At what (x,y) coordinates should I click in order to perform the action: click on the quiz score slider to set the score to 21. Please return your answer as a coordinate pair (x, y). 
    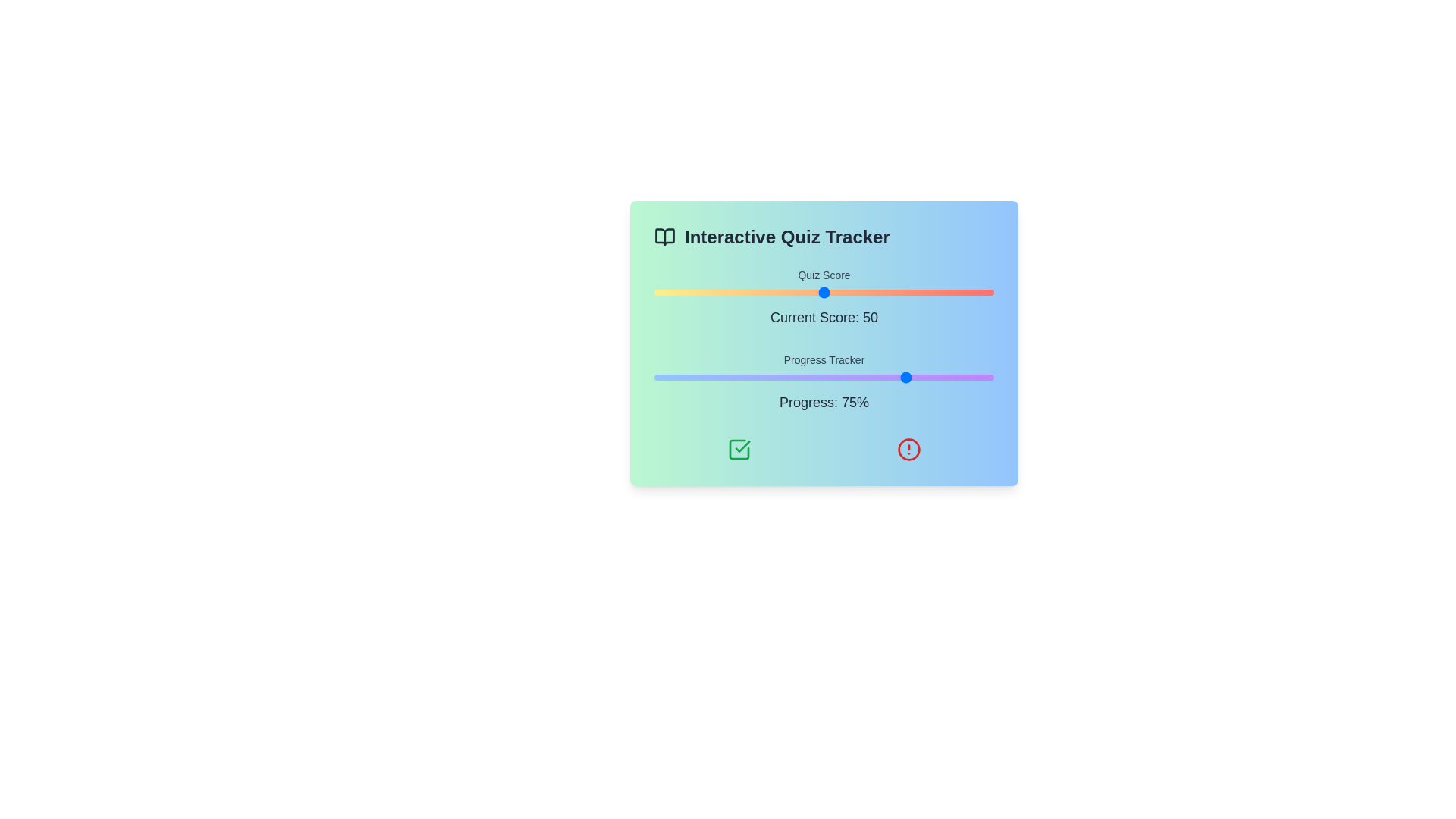
    Looking at the image, I should click on (725, 292).